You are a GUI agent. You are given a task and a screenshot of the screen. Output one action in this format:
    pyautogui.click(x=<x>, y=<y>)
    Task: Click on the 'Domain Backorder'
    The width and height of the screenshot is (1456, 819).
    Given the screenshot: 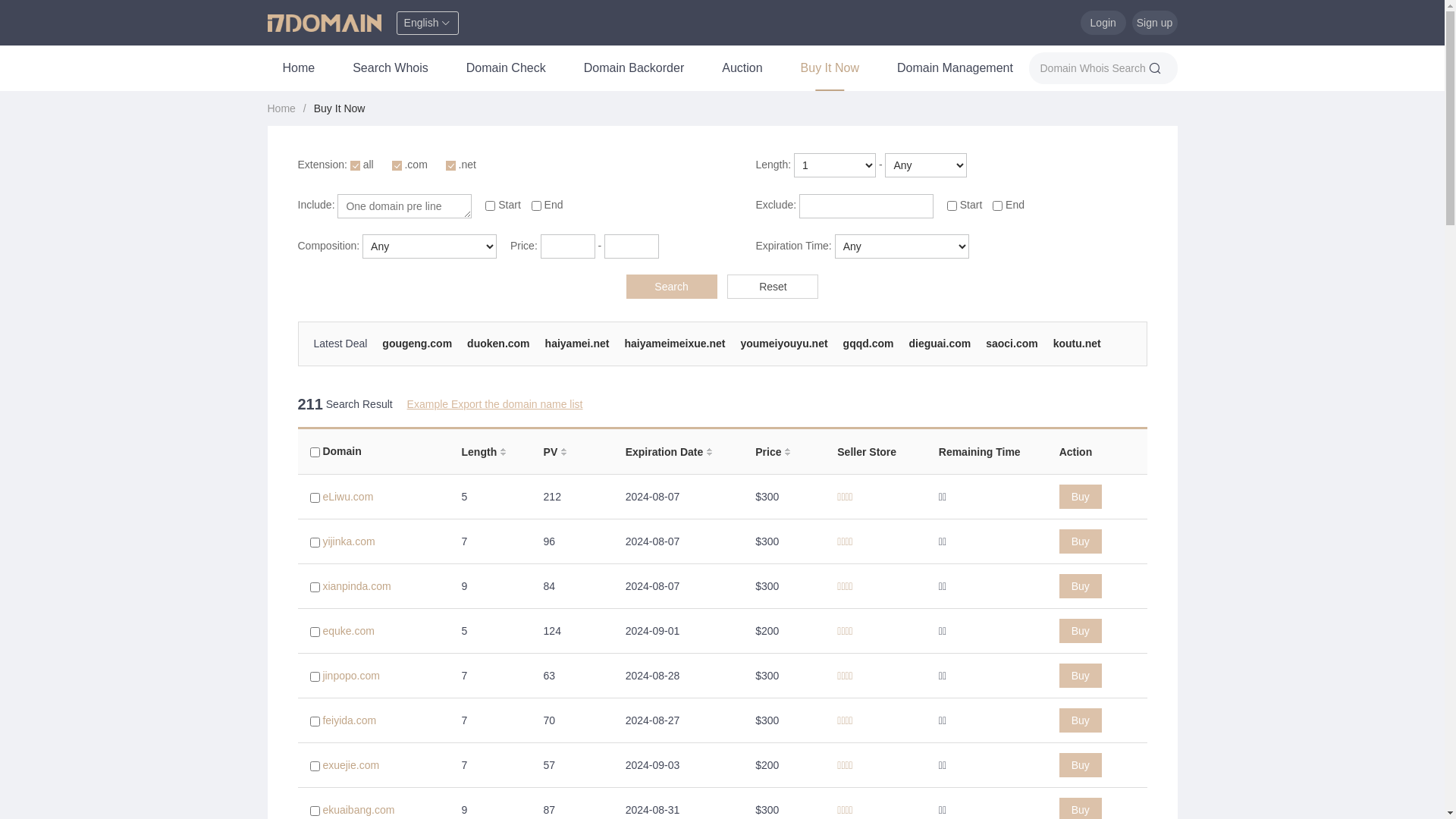 What is the action you would take?
    pyautogui.click(x=634, y=67)
    